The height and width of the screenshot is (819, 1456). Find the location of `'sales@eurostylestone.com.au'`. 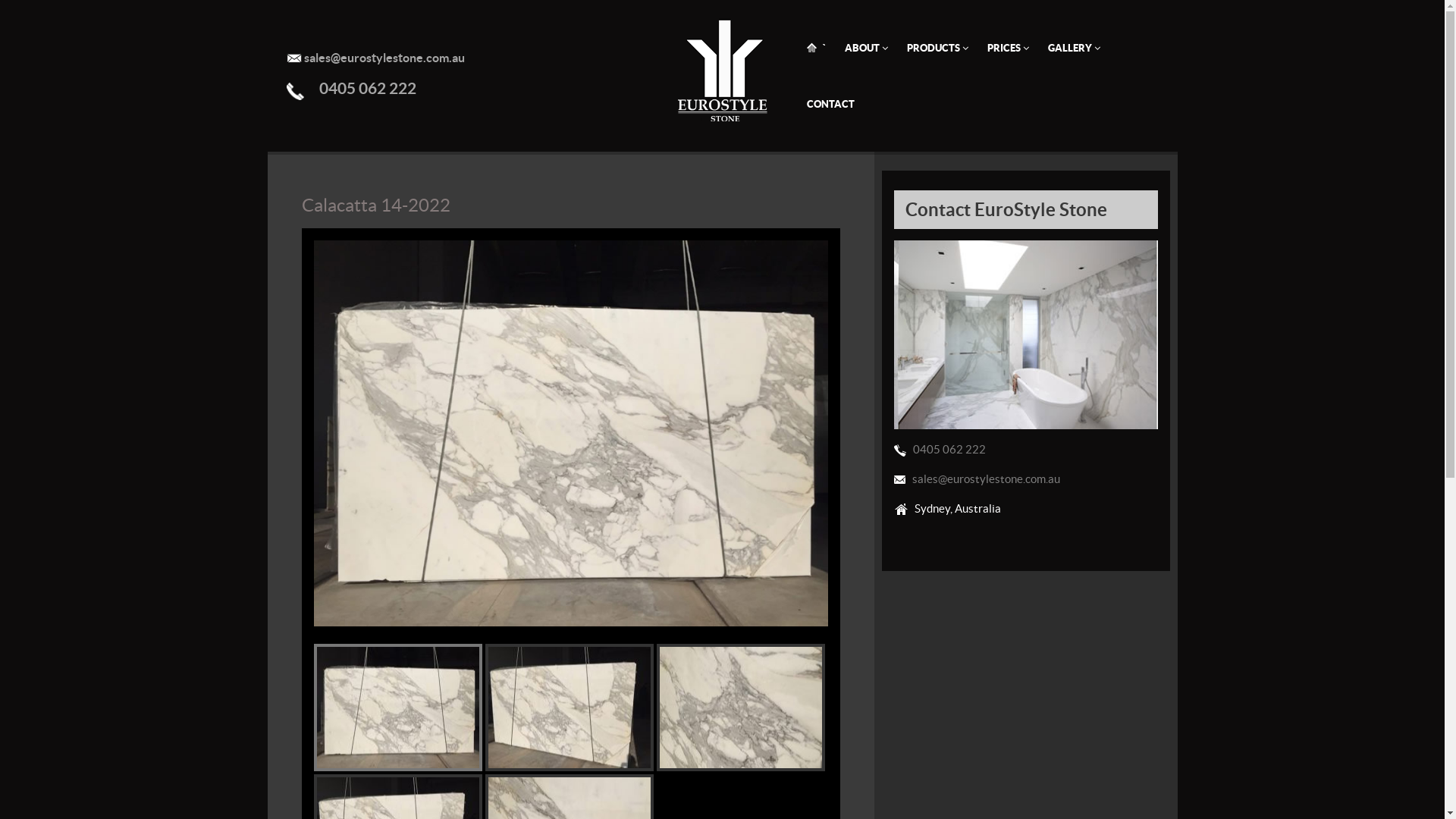

'sales@eurostylestone.com.au' is located at coordinates (985, 479).